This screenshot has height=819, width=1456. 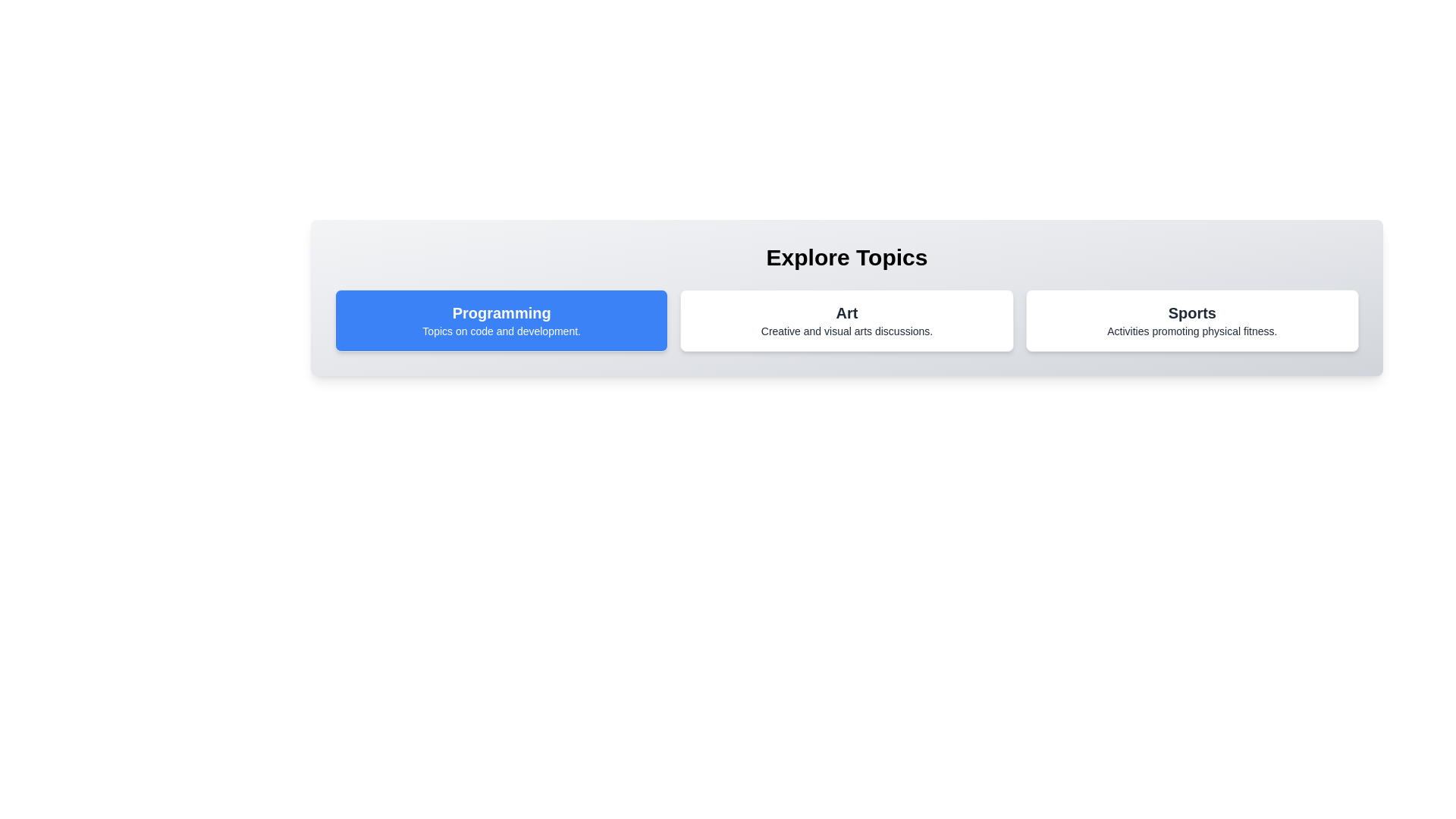 What do you see at coordinates (846, 320) in the screenshot?
I see `the topic card labeled 'Art' to see the hover effect` at bounding box center [846, 320].